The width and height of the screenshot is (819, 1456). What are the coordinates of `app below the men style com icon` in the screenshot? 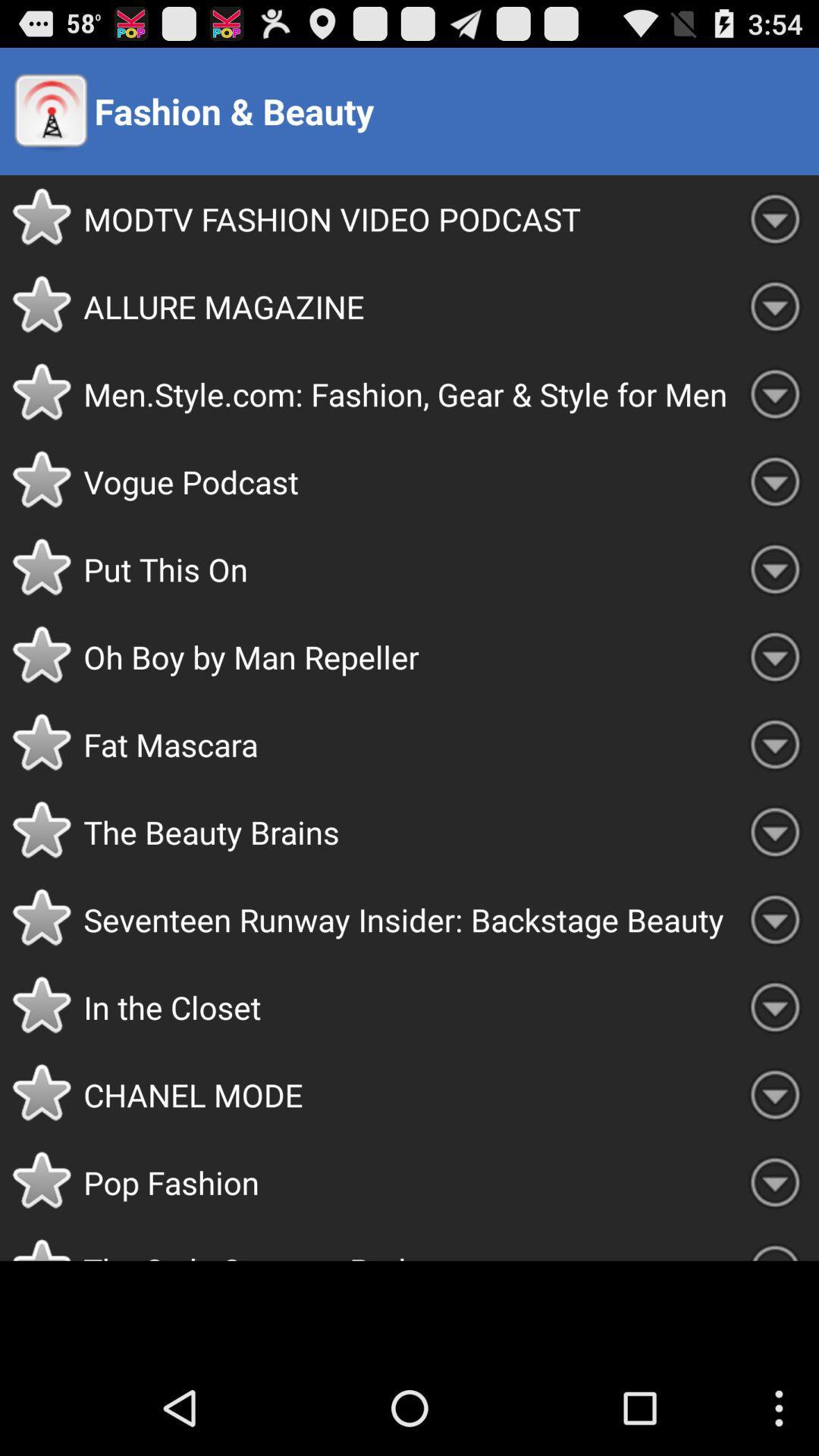 It's located at (406, 481).